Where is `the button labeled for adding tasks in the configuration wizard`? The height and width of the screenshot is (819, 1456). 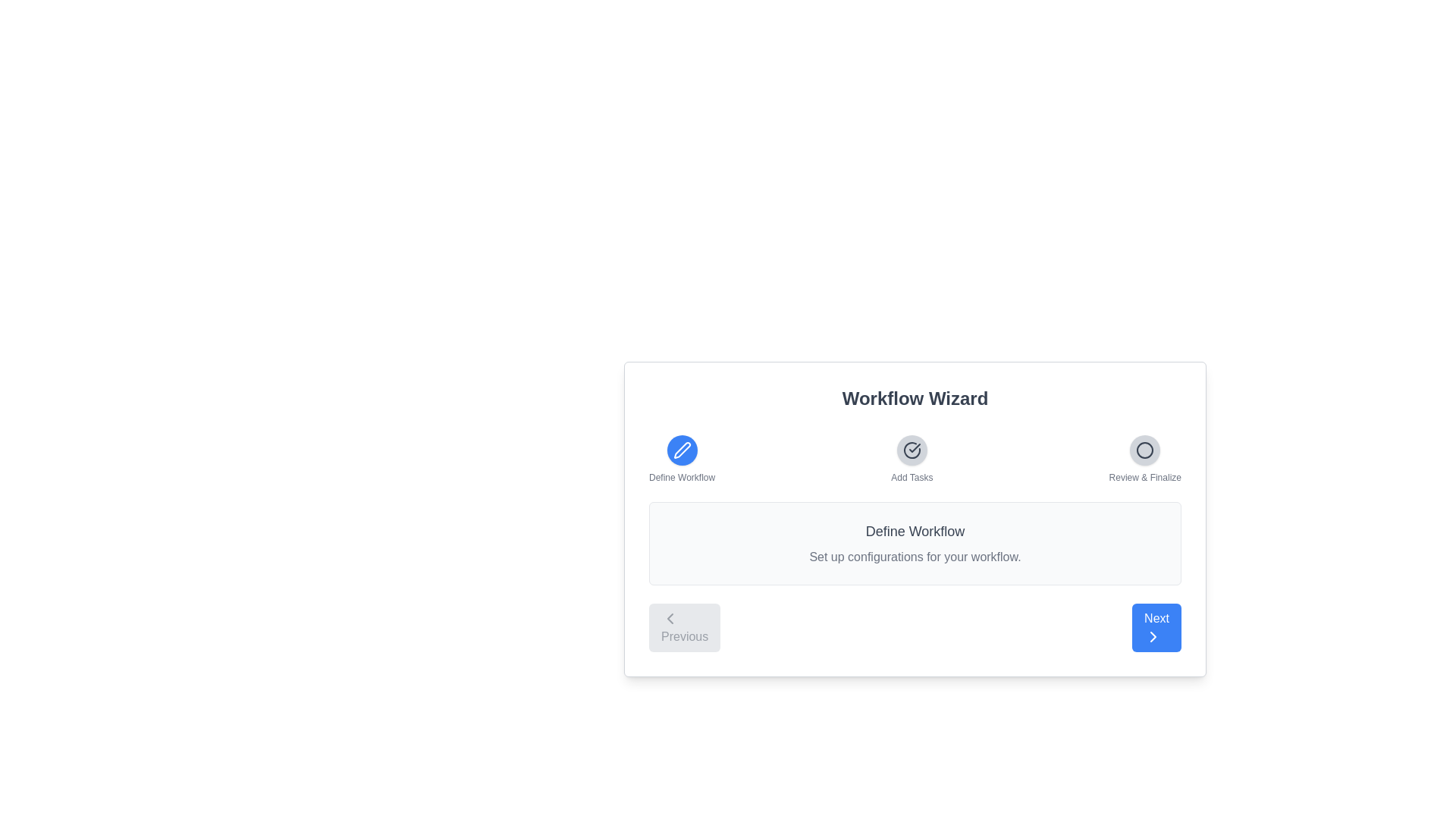 the button labeled for adding tasks in the configuration wizard is located at coordinates (911, 458).